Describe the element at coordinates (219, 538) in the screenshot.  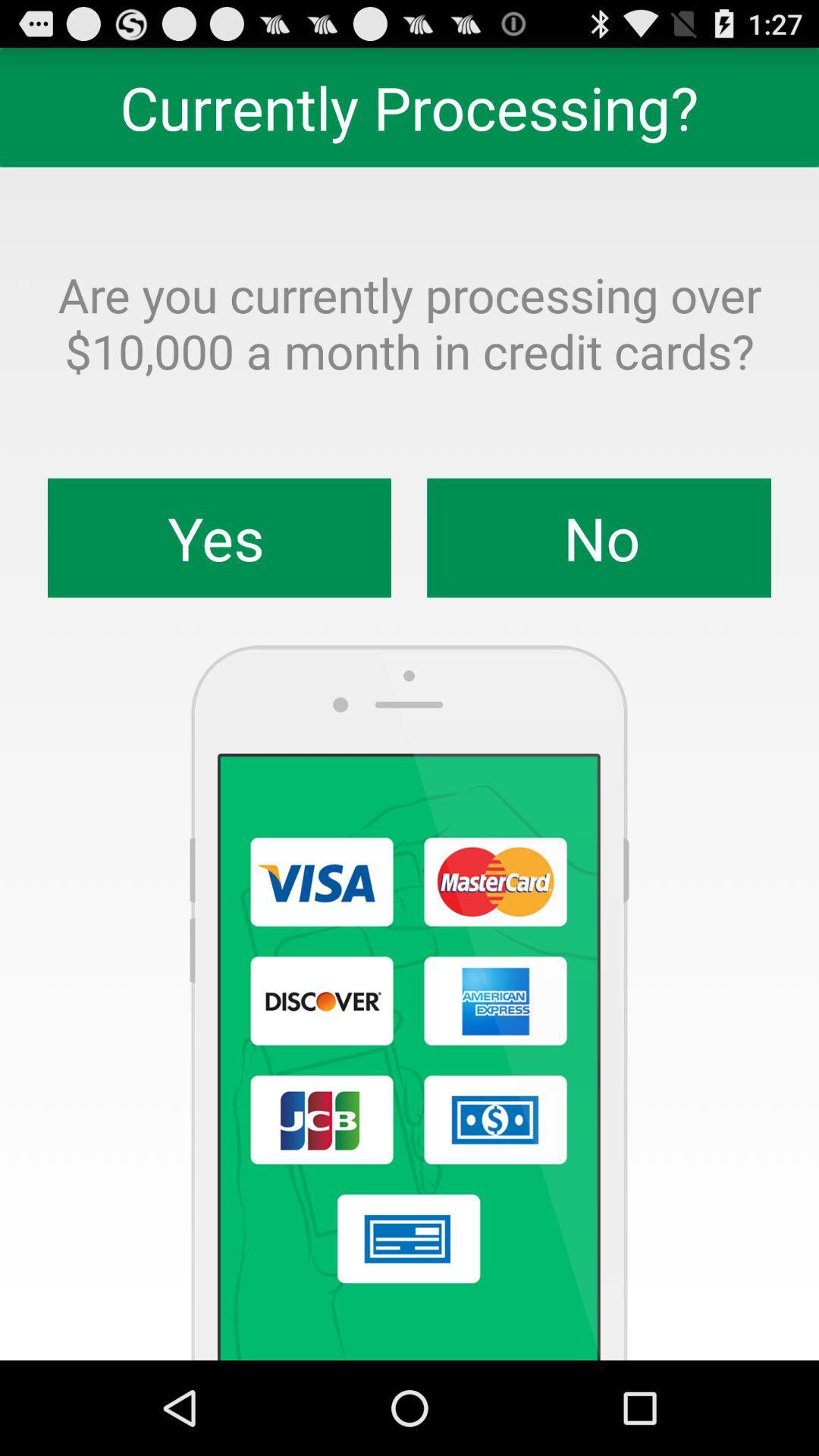
I see `the icon next to the no item` at that location.